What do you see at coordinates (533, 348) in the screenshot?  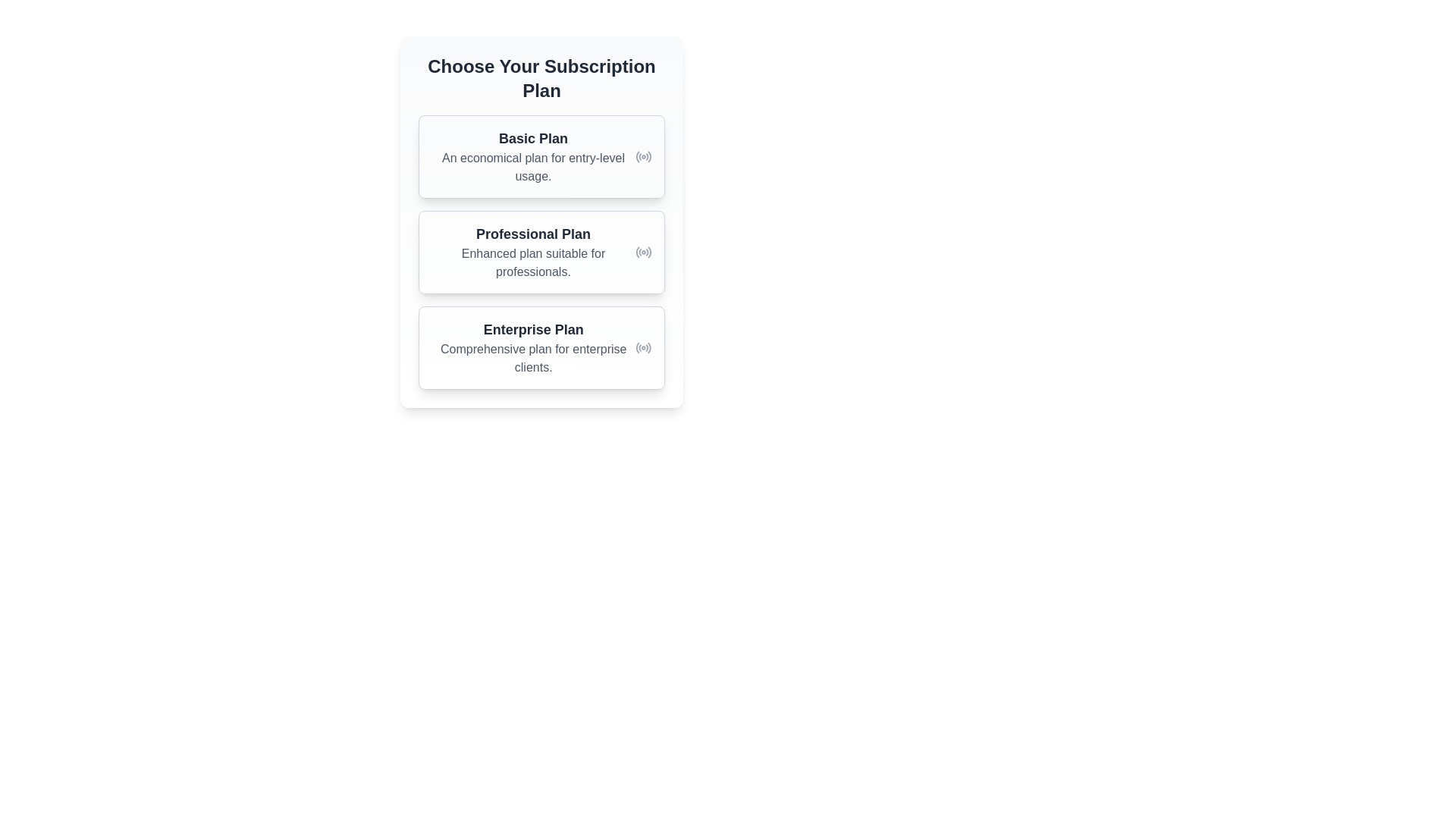 I see `the 'Enterprise Plan' informational block, which features a bold heading and a smaller description, positioned as the third item in a list of subscription plans` at bounding box center [533, 348].